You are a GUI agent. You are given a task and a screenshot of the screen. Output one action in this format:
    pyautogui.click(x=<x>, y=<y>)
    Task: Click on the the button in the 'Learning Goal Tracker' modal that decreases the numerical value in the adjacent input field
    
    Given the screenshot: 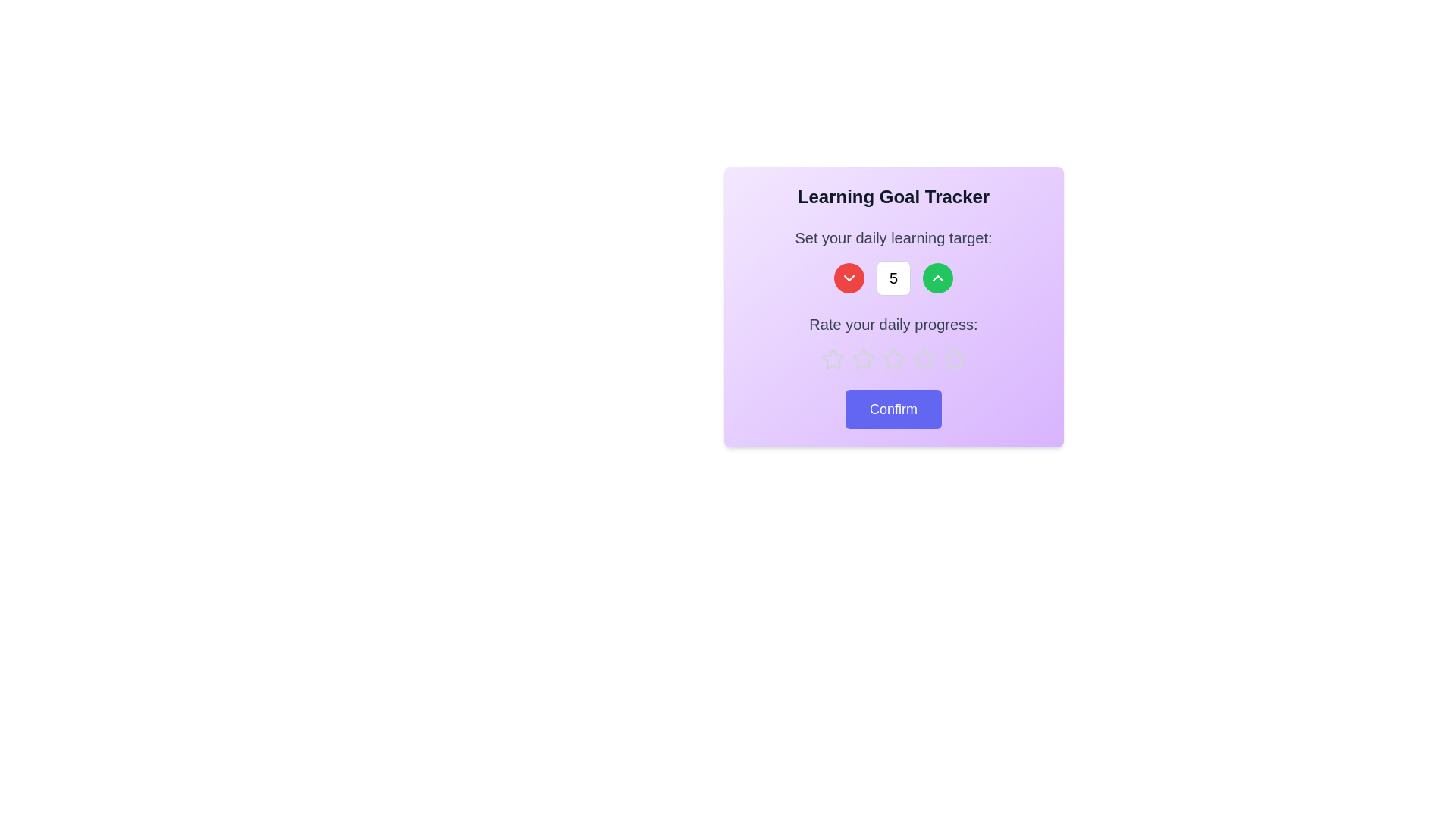 What is the action you would take?
    pyautogui.click(x=848, y=278)
    